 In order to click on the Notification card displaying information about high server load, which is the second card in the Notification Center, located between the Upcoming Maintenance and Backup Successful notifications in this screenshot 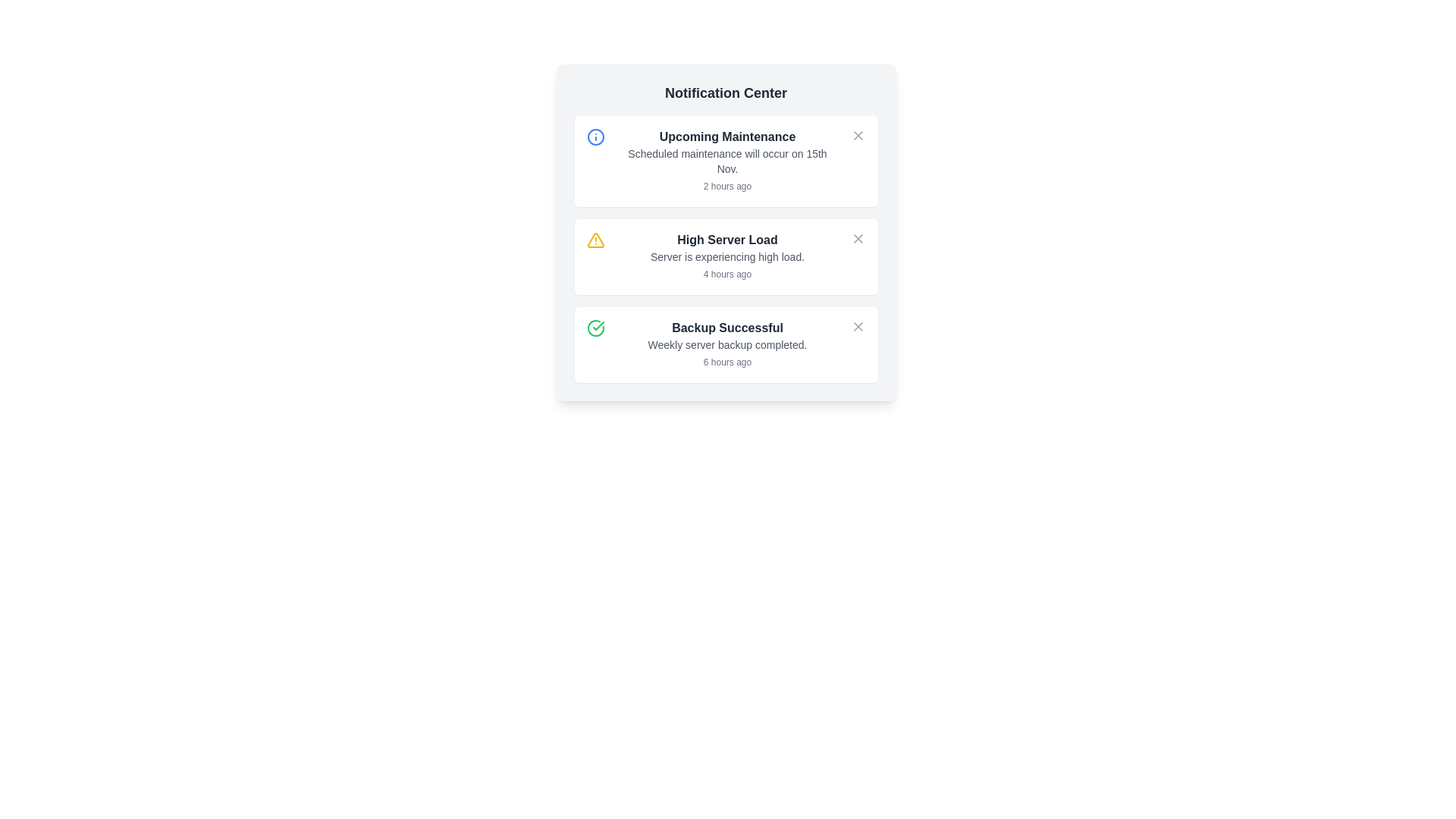, I will do `click(725, 248)`.